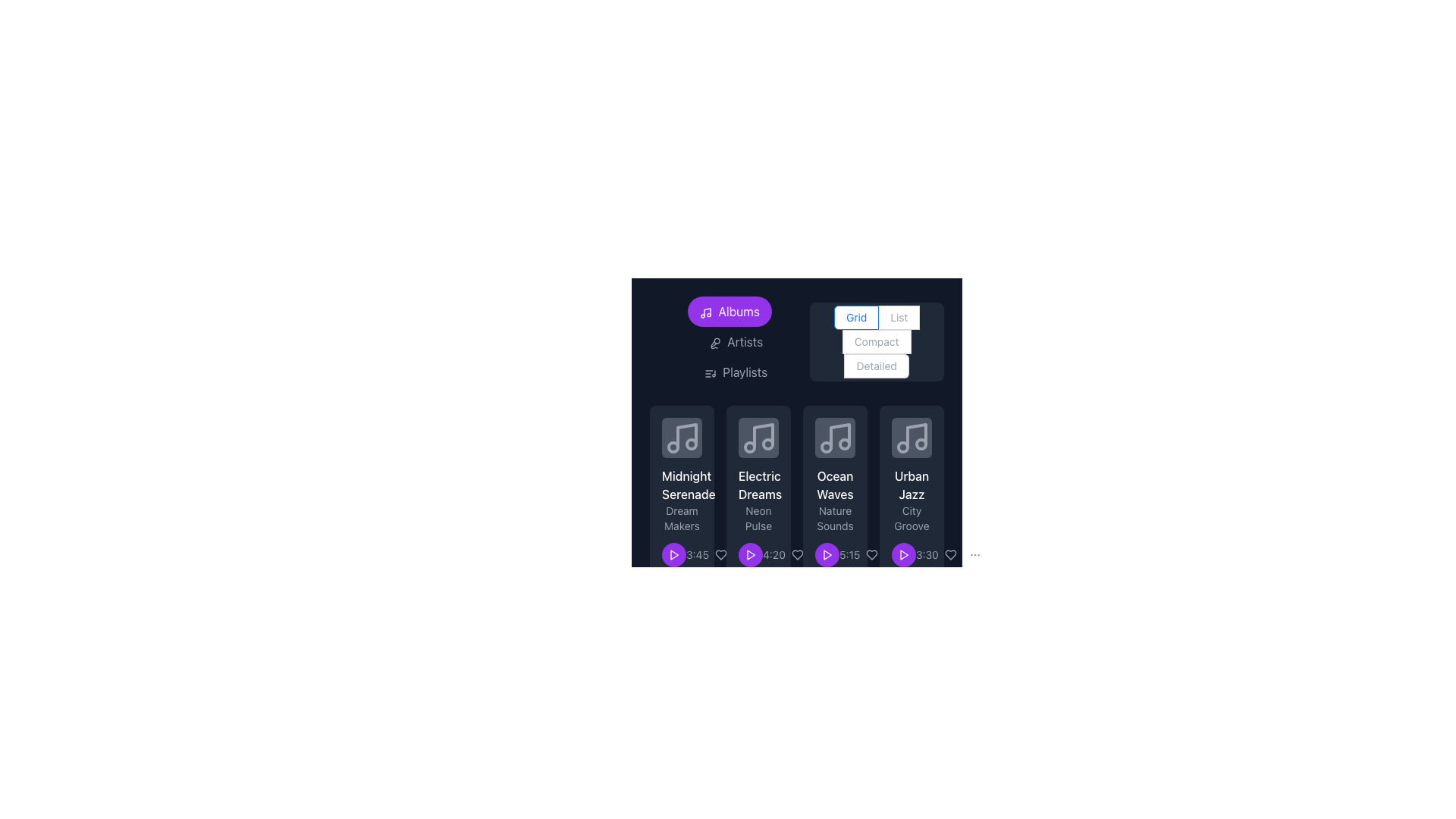 This screenshot has height=819, width=1456. I want to click on the SVG icon representing a musical note located in the first album card titled 'Midnight Serenade' in the top-left corner of the visible album list, so click(681, 438).